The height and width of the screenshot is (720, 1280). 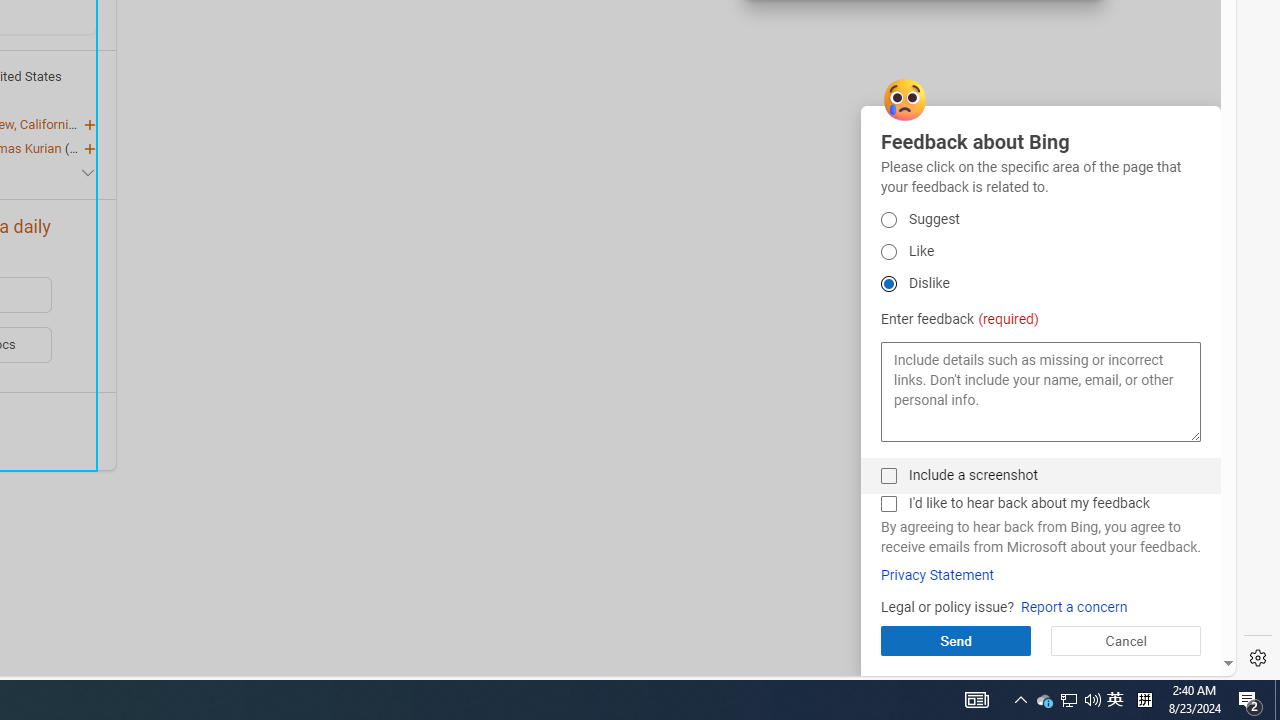 What do you see at coordinates (1067, 698) in the screenshot?
I see `'User Promoted Notification Area'` at bounding box center [1067, 698].